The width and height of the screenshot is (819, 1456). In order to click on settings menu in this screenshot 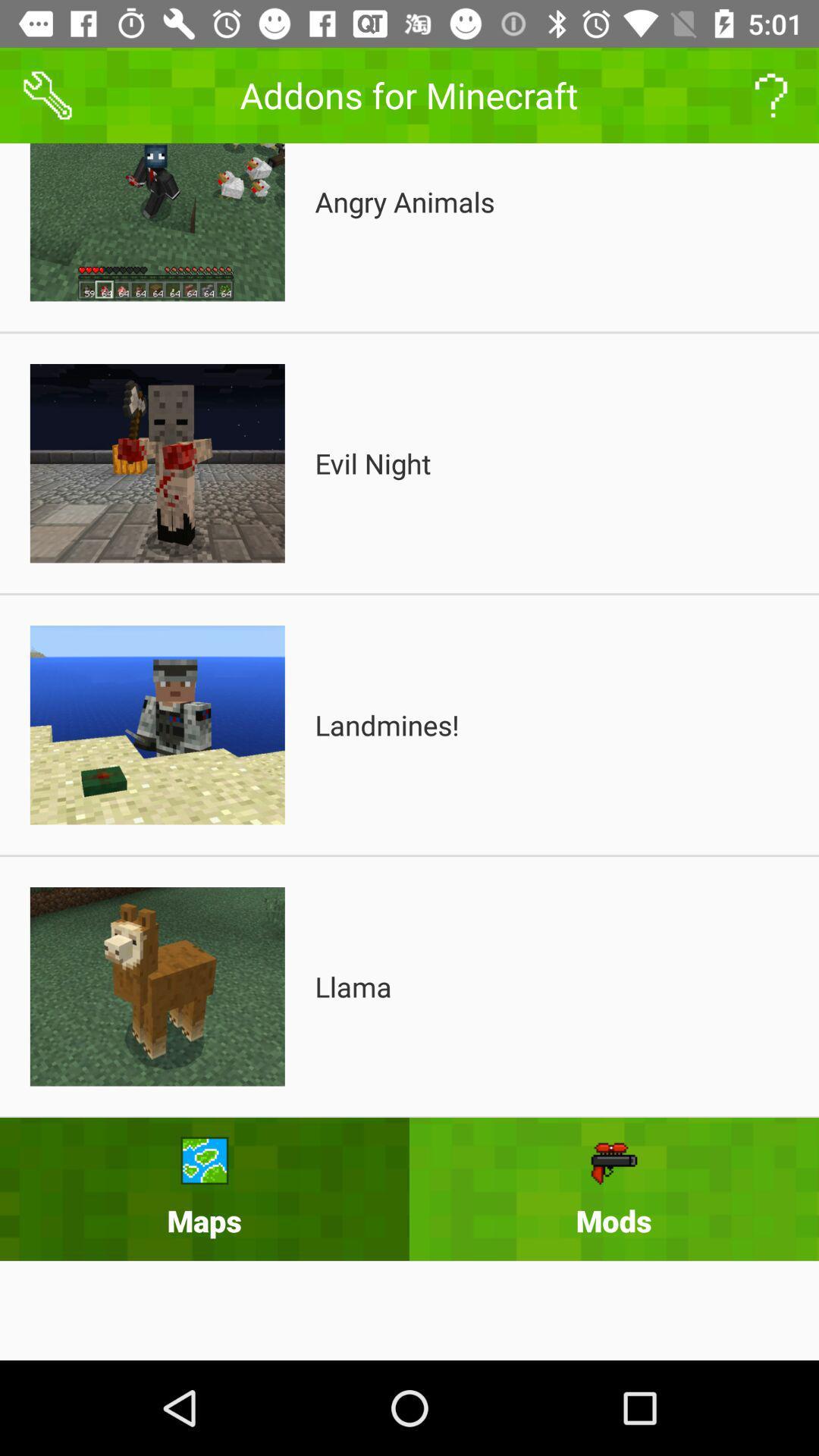, I will do `click(46, 94)`.